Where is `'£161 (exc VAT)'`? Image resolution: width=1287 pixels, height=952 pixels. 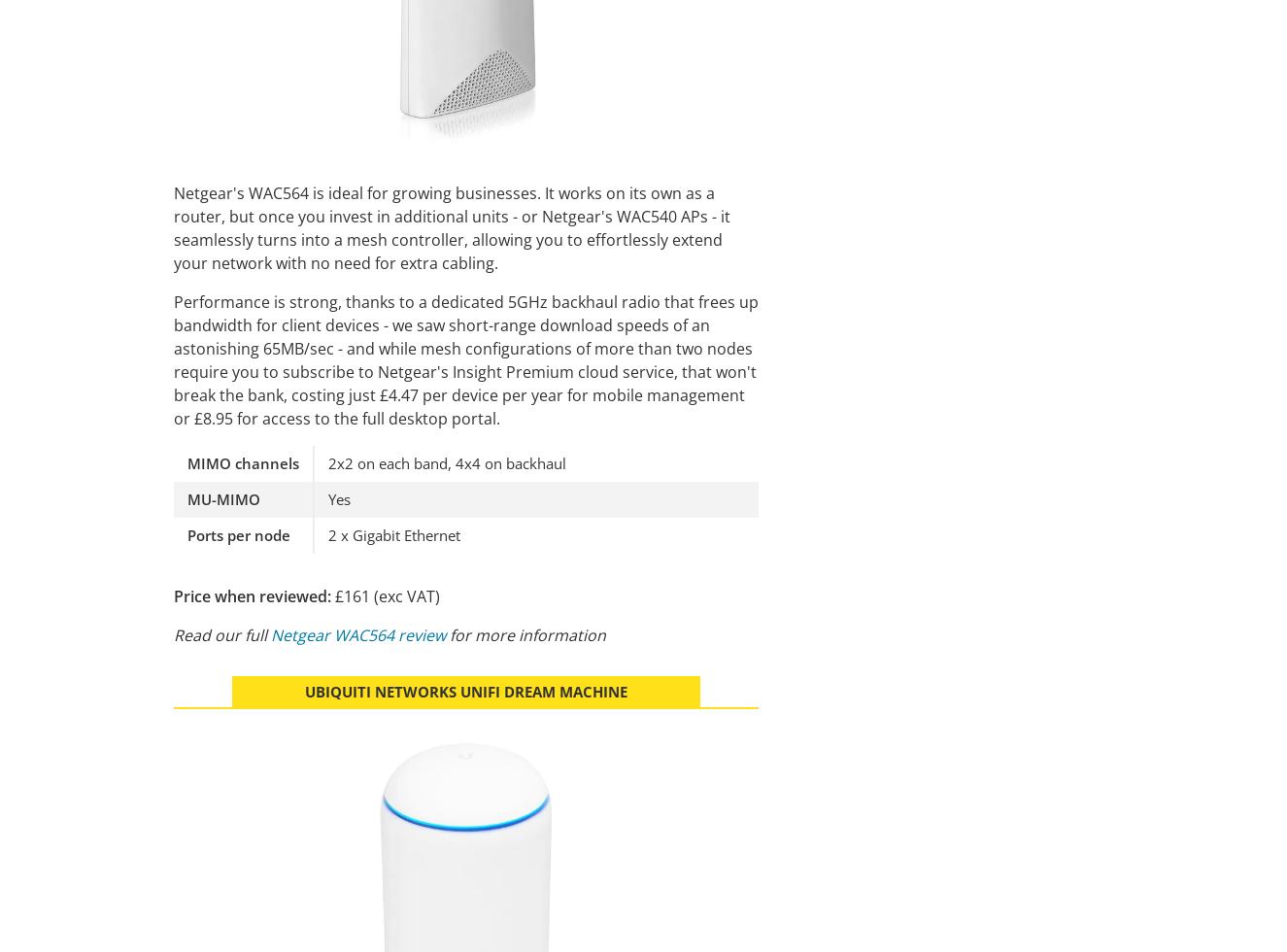 '£161 (exc VAT)' is located at coordinates (385, 595).